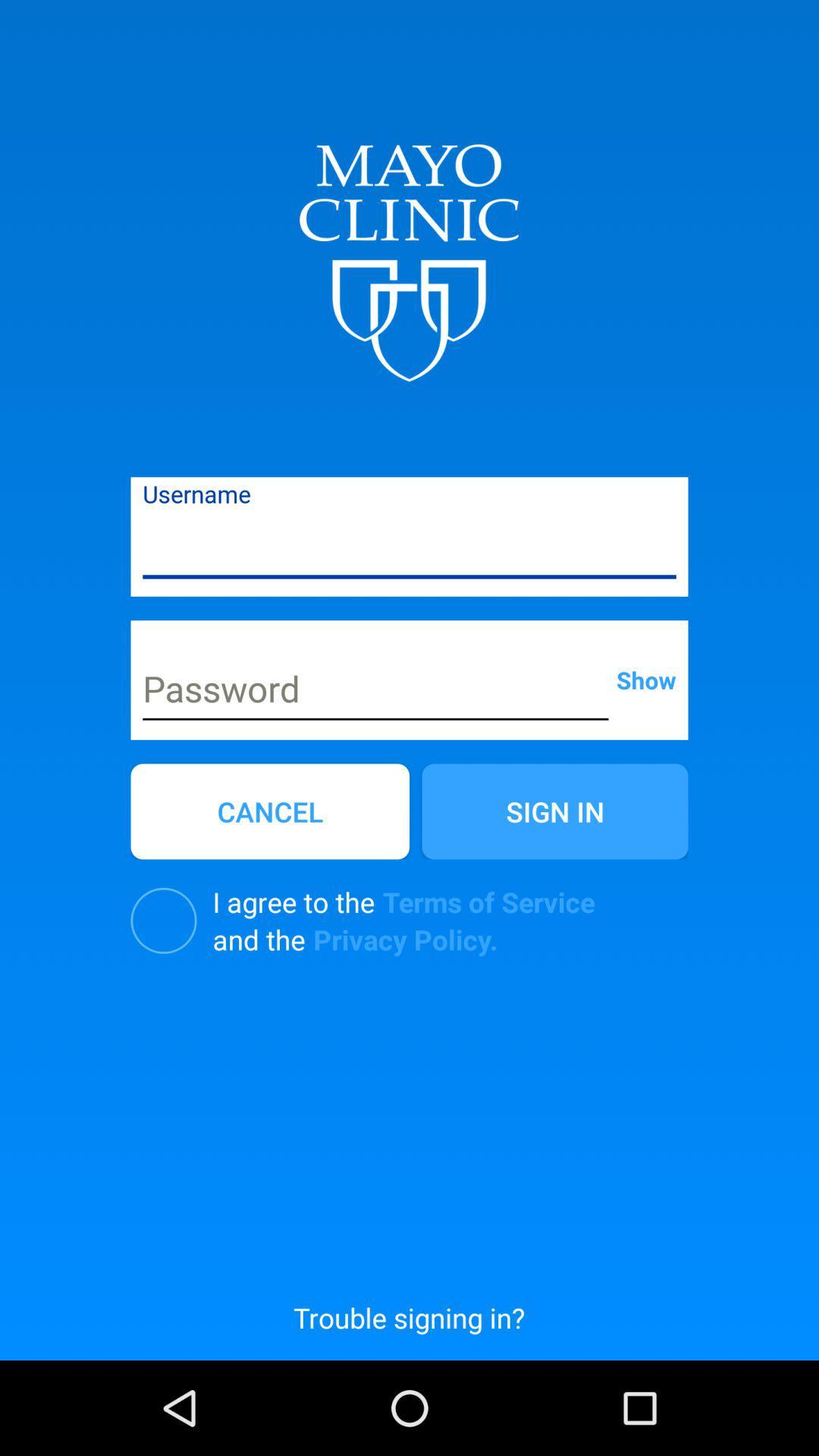  I want to click on input password, so click(375, 690).